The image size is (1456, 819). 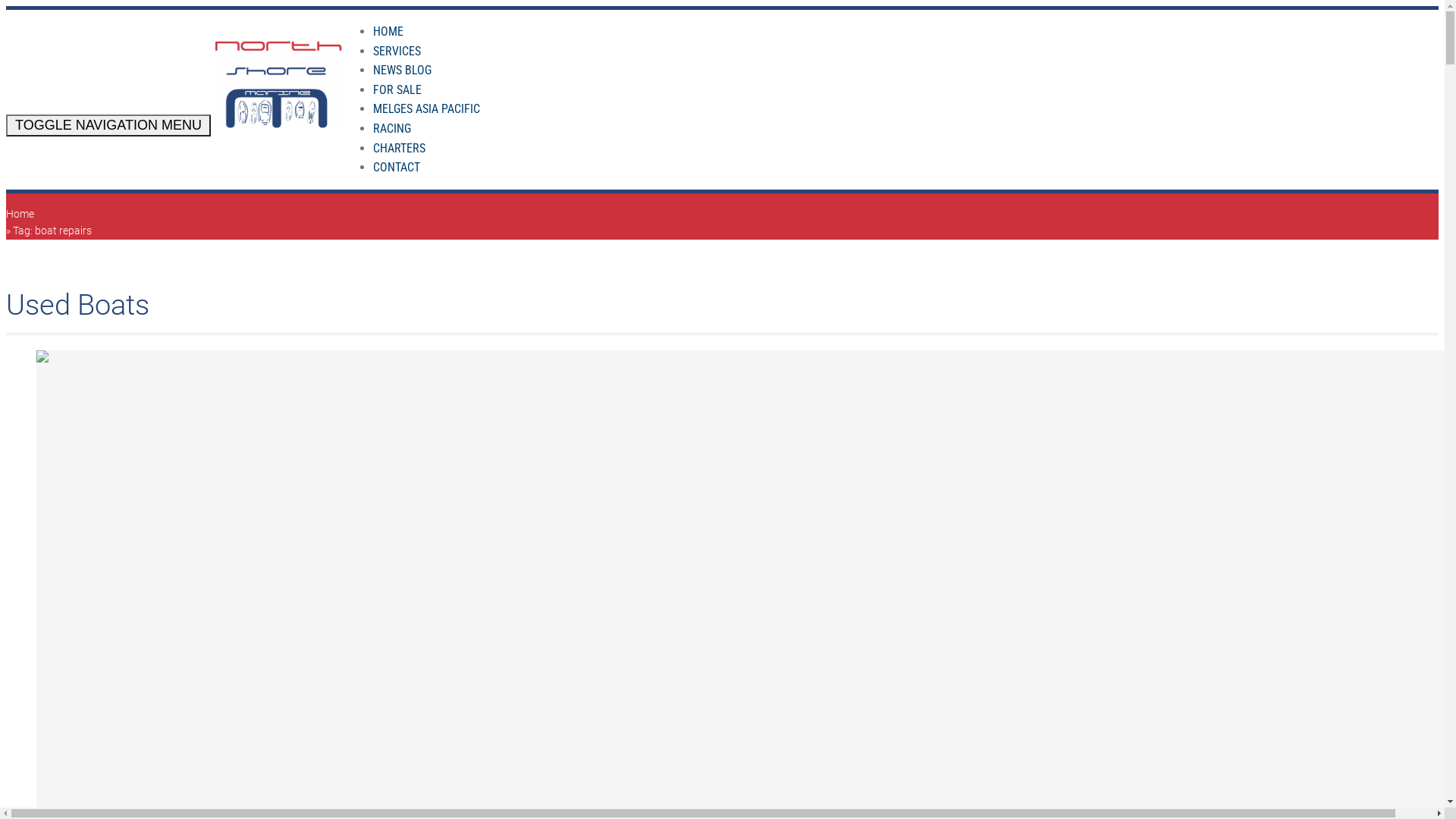 What do you see at coordinates (402, 70) in the screenshot?
I see `'NEWS BLOG'` at bounding box center [402, 70].